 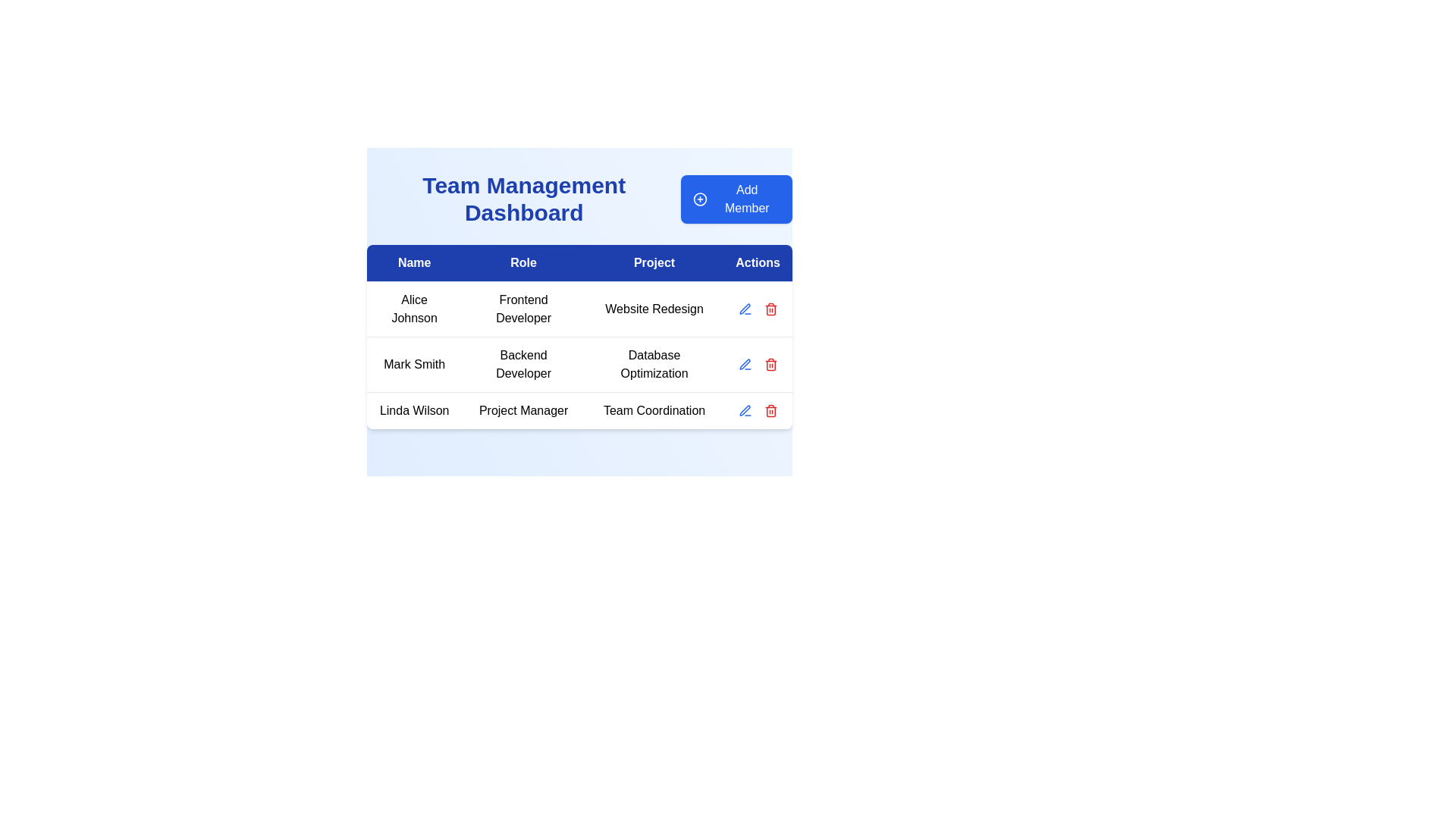 I want to click on user's name displayed in the first cell of the 'Name' column in the data table under the 'Team Management Dashboard', so click(x=414, y=309).